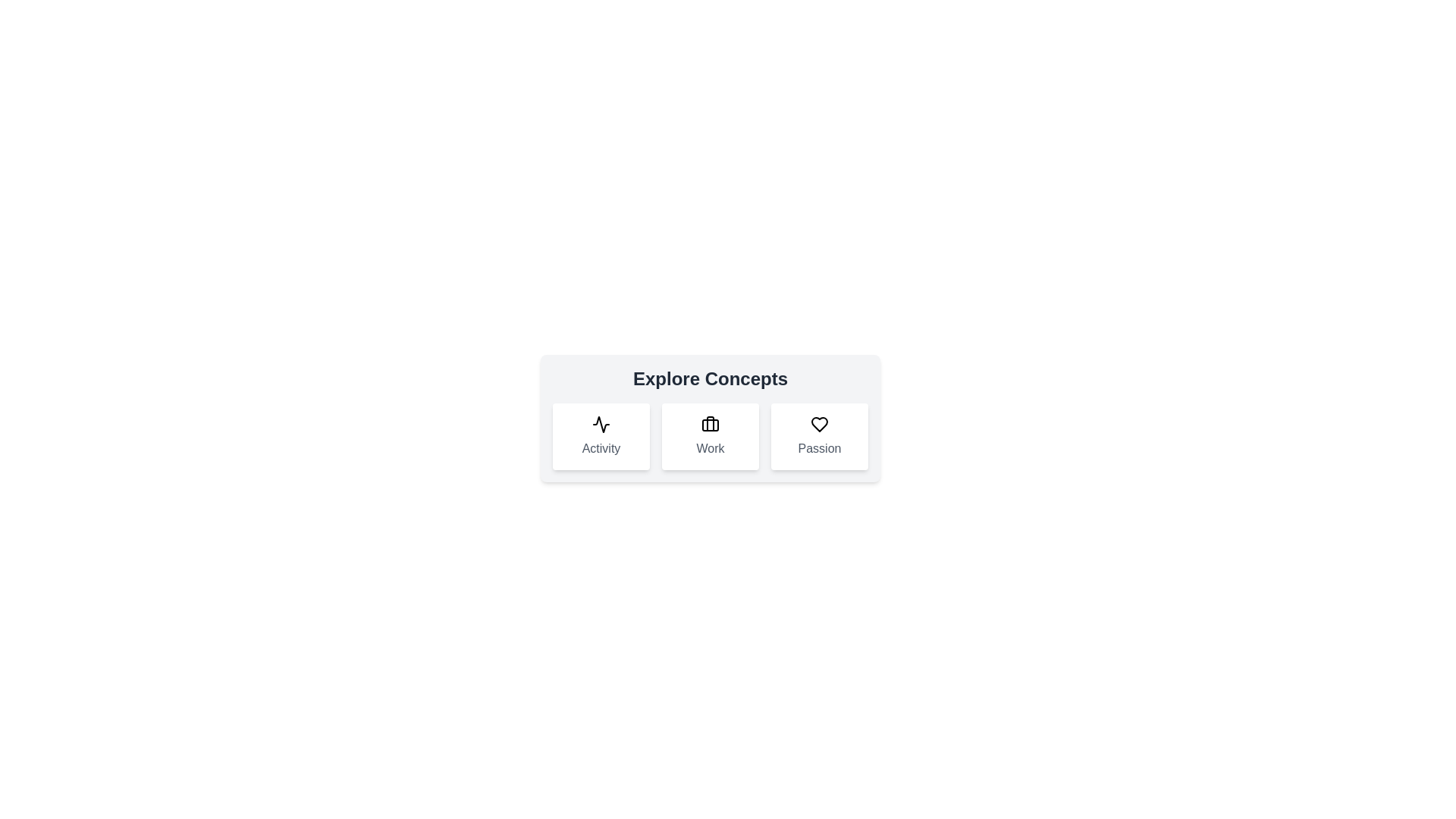  Describe the element at coordinates (600, 447) in the screenshot. I see `the text label that provides context about the card it resides in, located below the activity icon in the 'Activity' card under 'Explore Concepts'` at that location.